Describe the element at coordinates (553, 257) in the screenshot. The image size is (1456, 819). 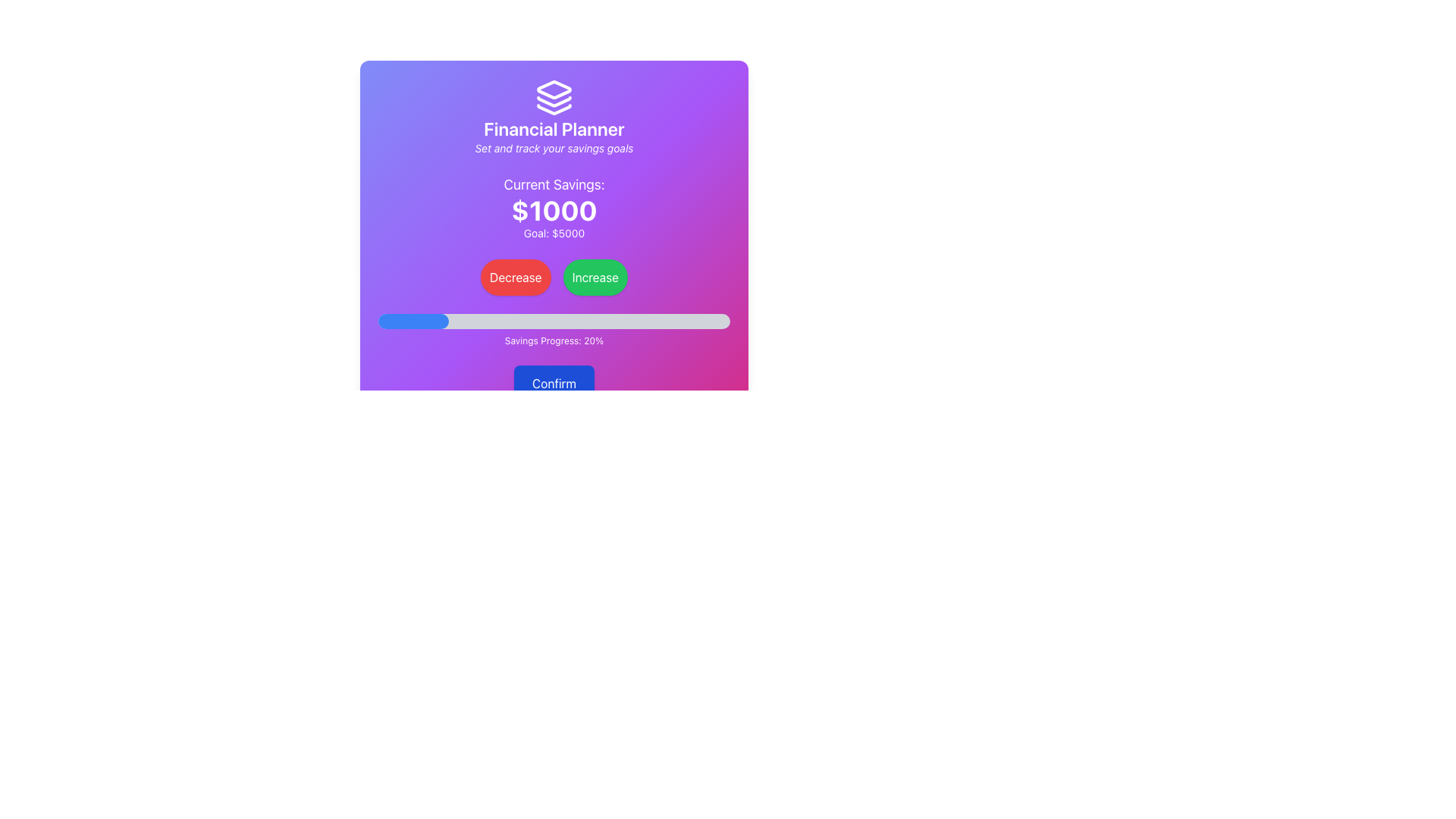
I see `the 'Decrease' button, which is styled in red and located within the 'Financial Planner' card, to reduce the savings amount` at that location.